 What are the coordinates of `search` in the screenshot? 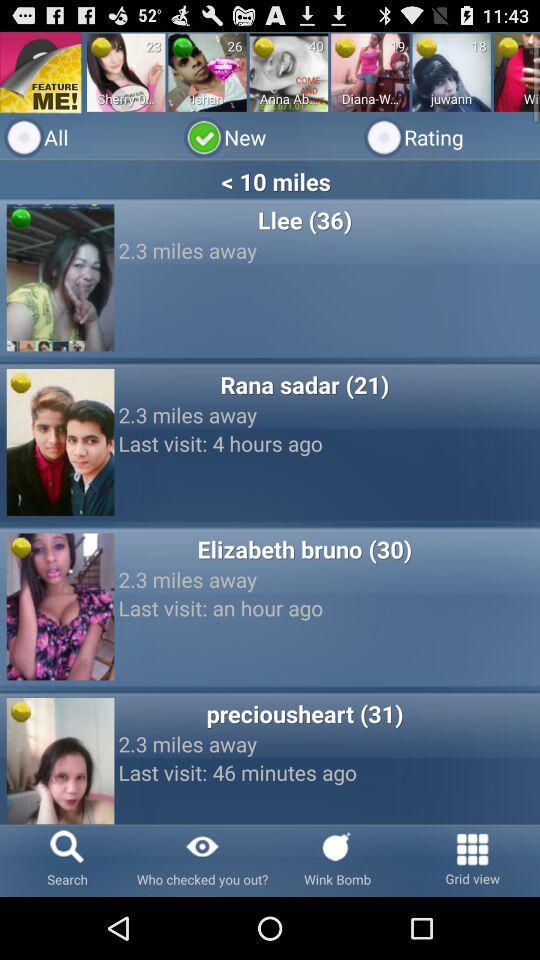 It's located at (67, 859).